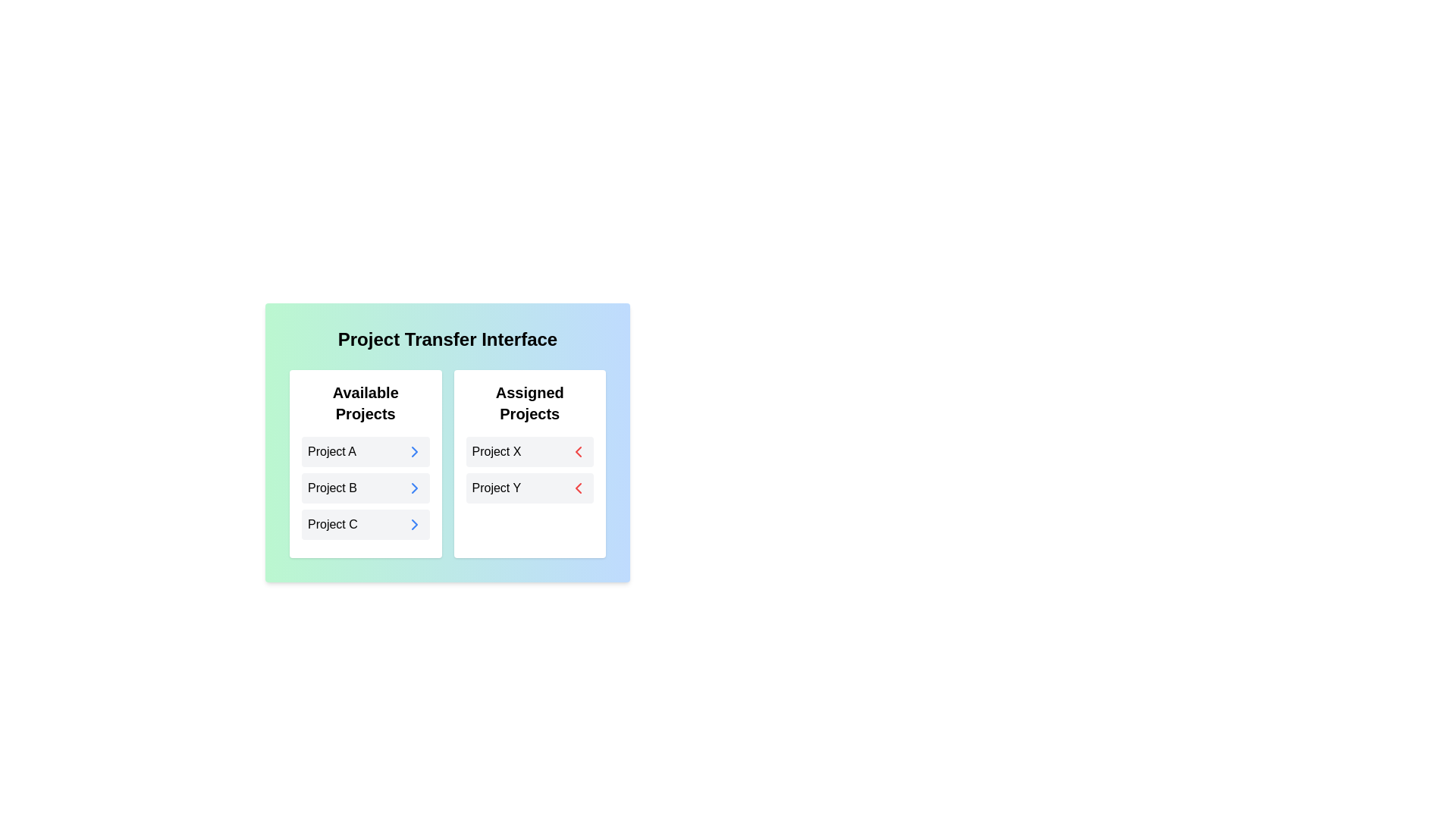 This screenshot has height=819, width=1456. What do you see at coordinates (366, 403) in the screenshot?
I see `the 'Available Projects' text label, which is styled in bold medium-large font and positioned prominently at the top of the white card element` at bounding box center [366, 403].